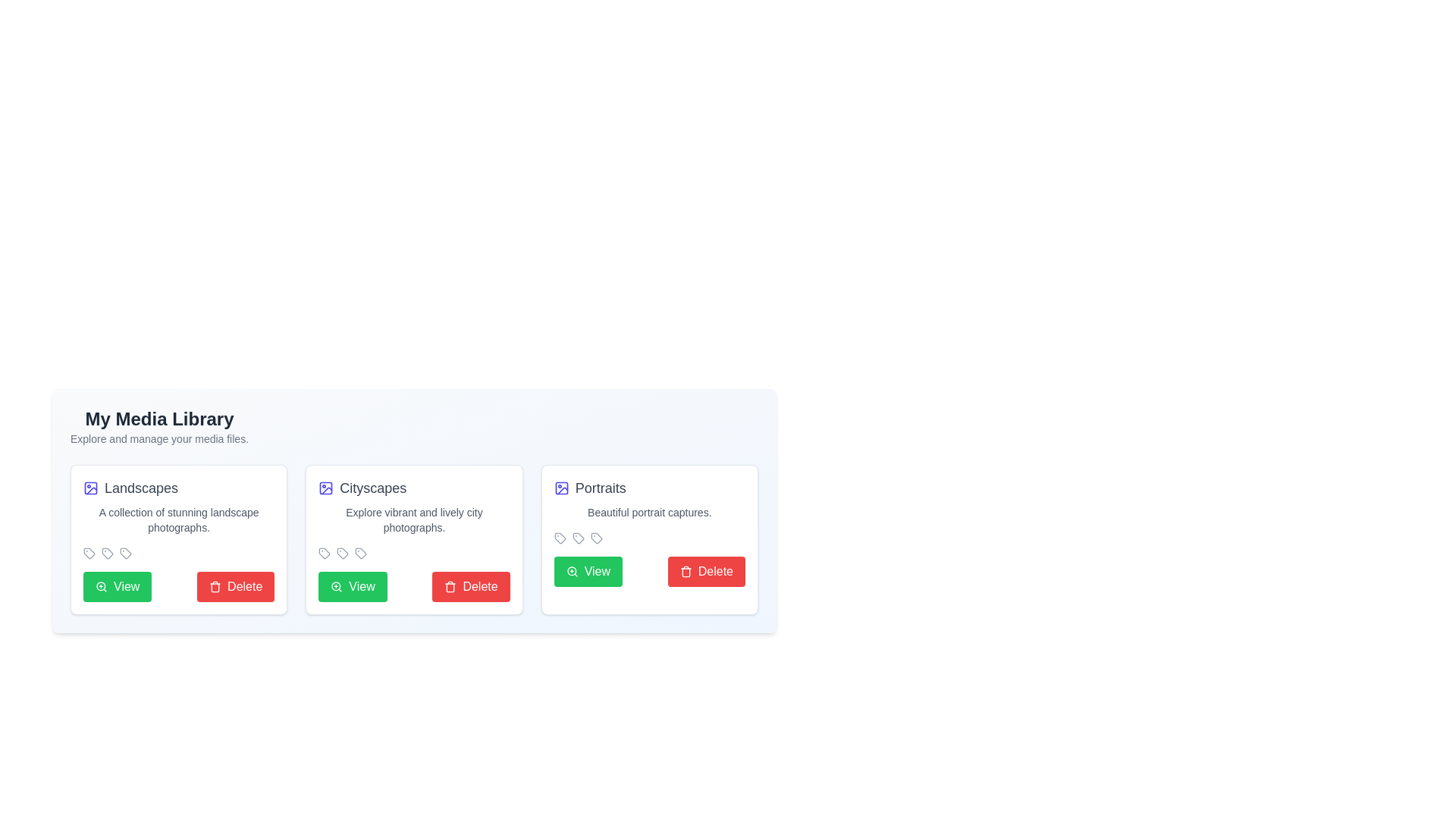  I want to click on the small gray price tag icon in the 'Landscapes' card of the 'My Media Library' interface, so click(89, 553).